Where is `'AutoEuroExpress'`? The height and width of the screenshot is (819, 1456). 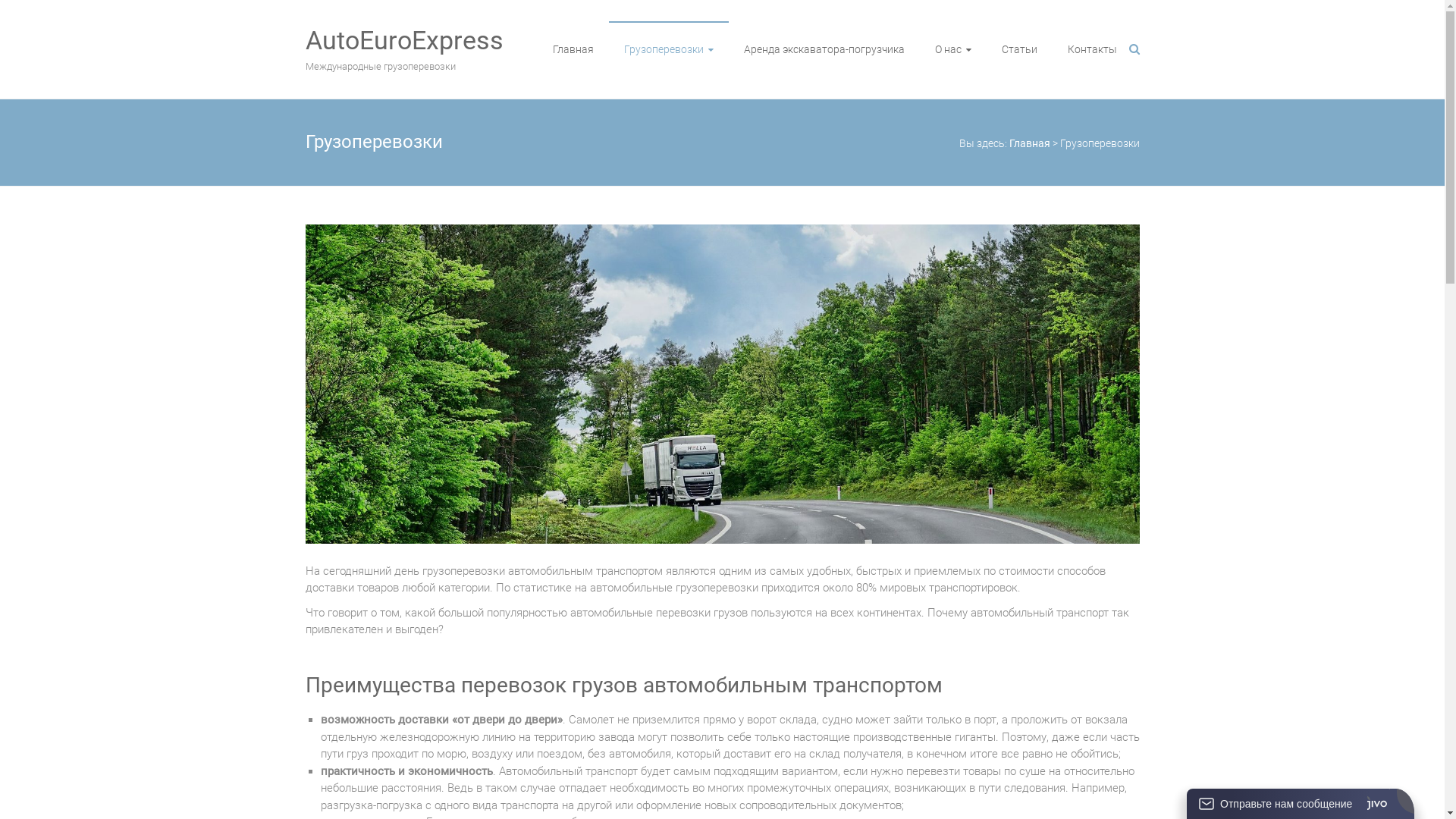 'AutoEuroExpress' is located at coordinates (403, 39).